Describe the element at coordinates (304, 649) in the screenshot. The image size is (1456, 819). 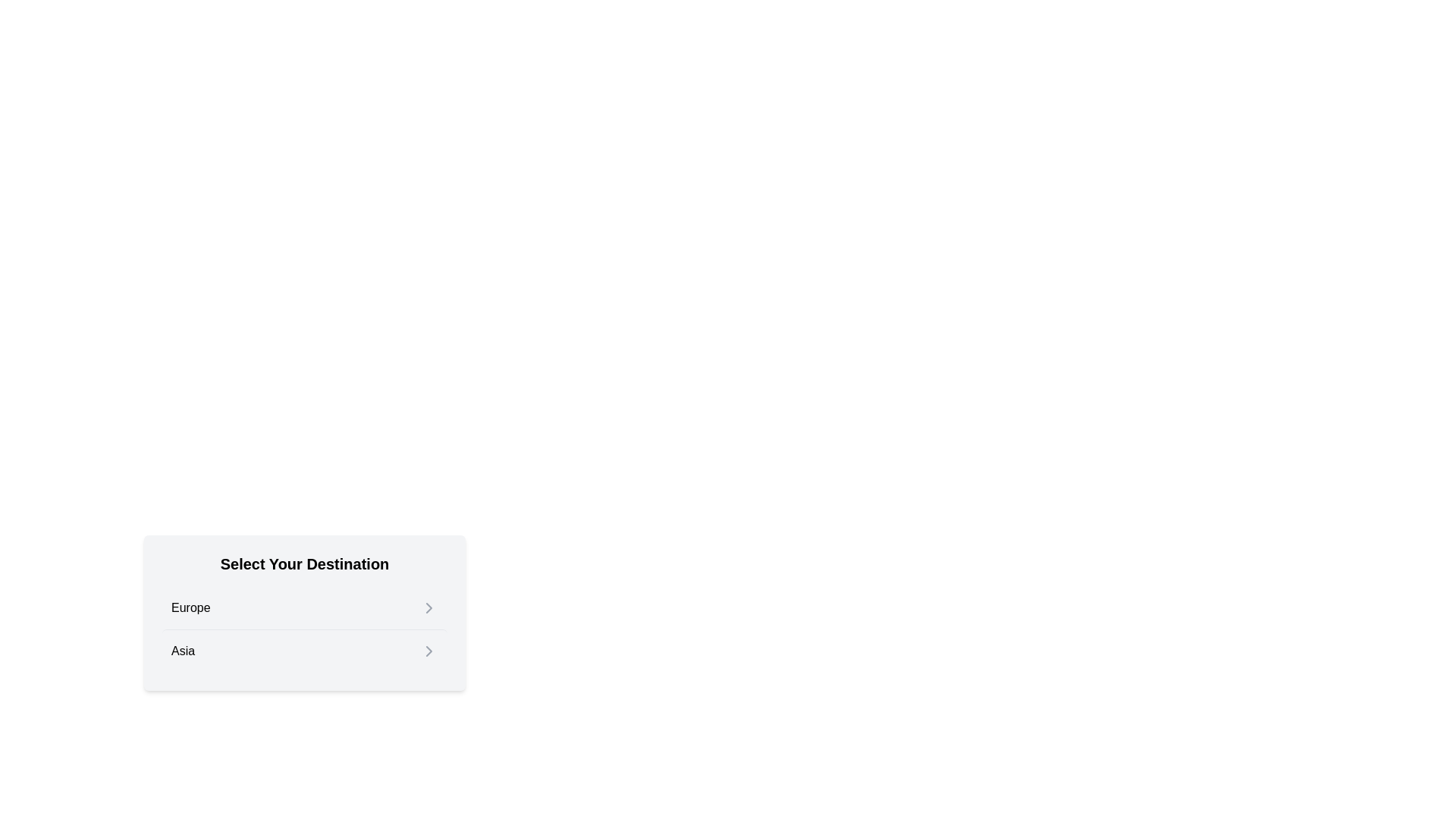
I see `the 'Asia' button-like list item located below the 'Europe' option in the 'Select Your Destination' section` at that location.